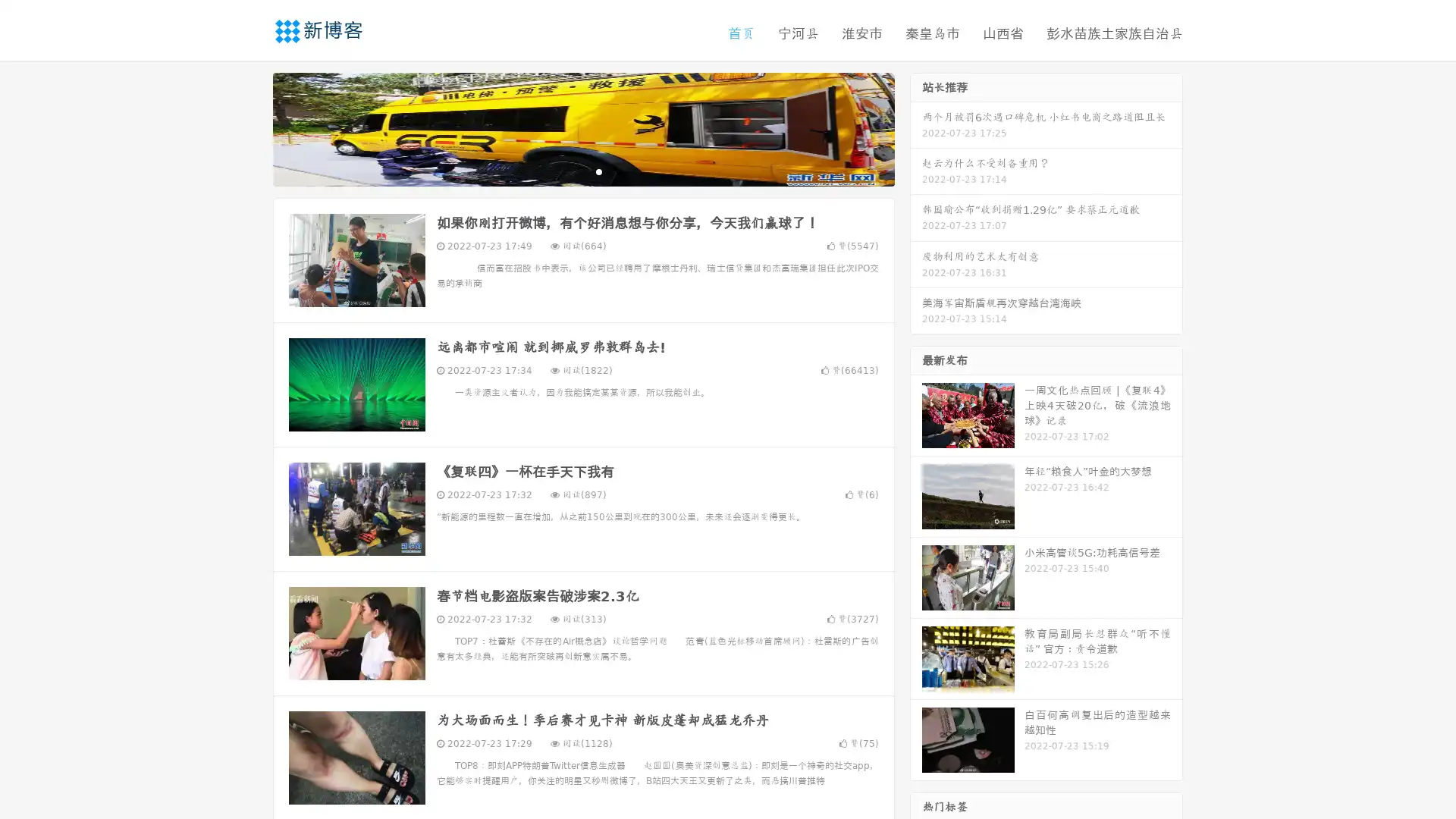 The width and height of the screenshot is (1456, 819). I want to click on Previous slide, so click(250, 127).